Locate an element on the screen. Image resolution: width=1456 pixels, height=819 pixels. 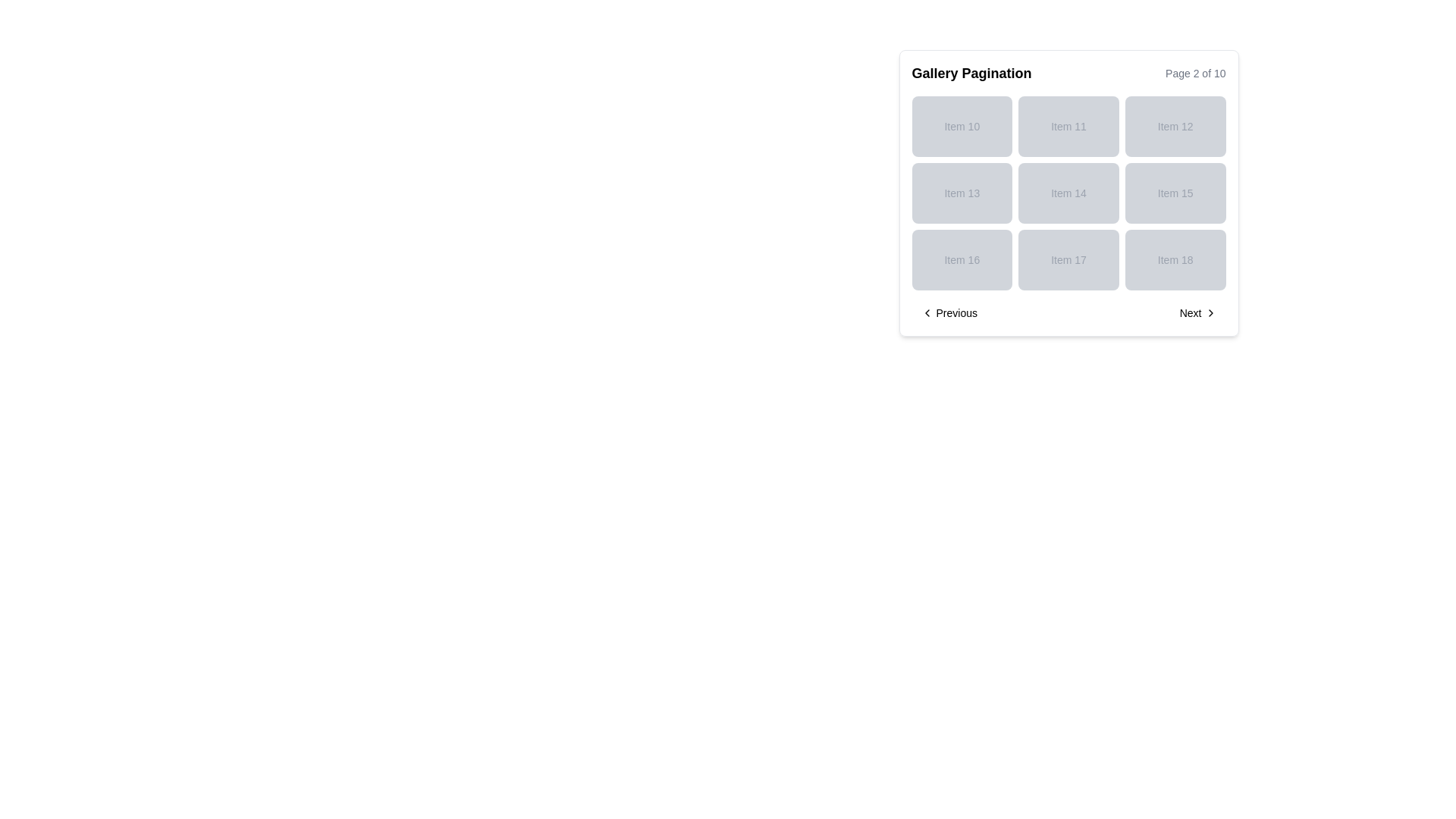
the grid tile element labeled 'Item 13' is located at coordinates (961, 192).